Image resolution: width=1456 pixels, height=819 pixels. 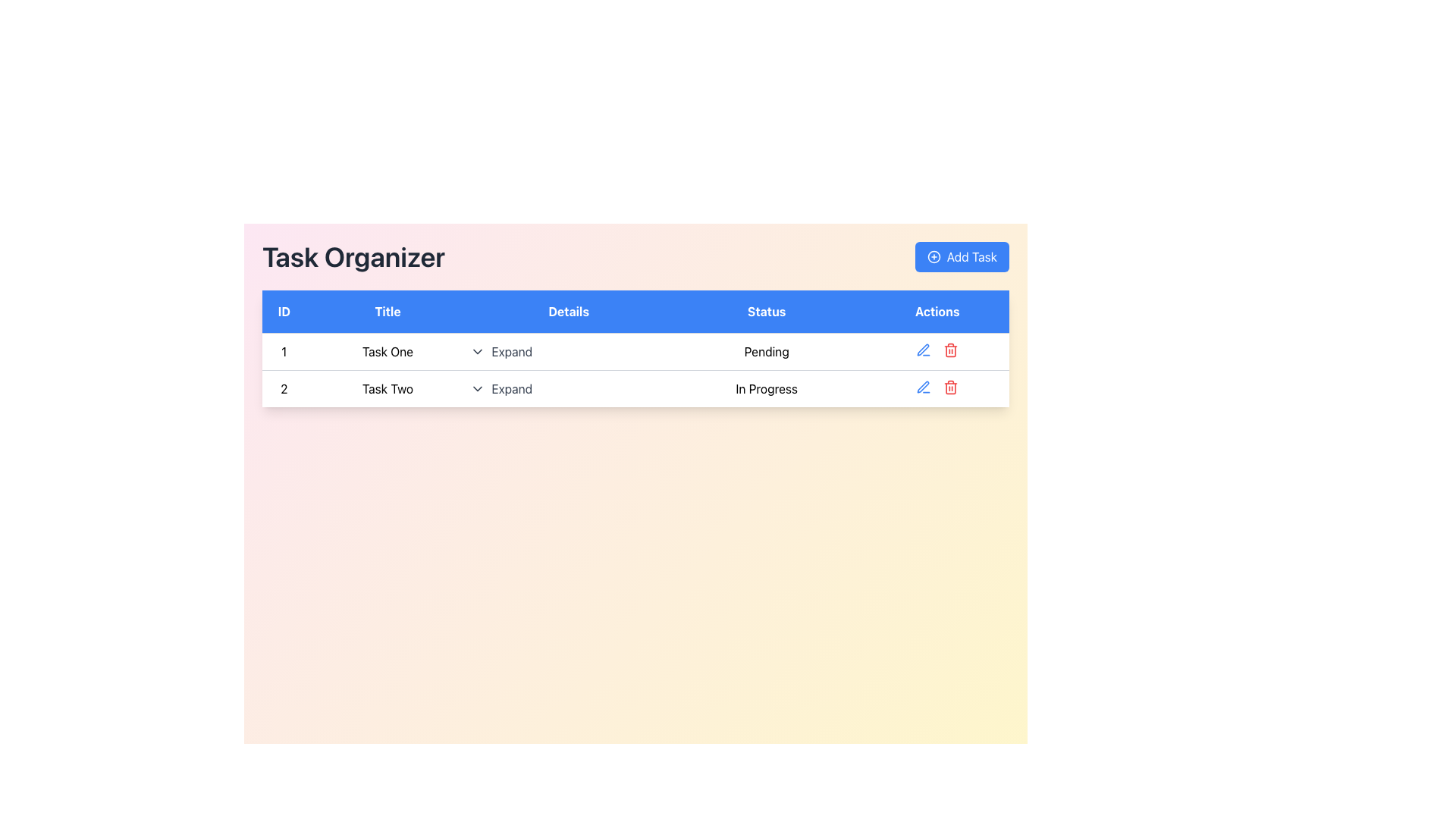 I want to click on to select the first task entry row in the task organizer table, which contains task ID, title, status, and action icons, so click(x=635, y=351).